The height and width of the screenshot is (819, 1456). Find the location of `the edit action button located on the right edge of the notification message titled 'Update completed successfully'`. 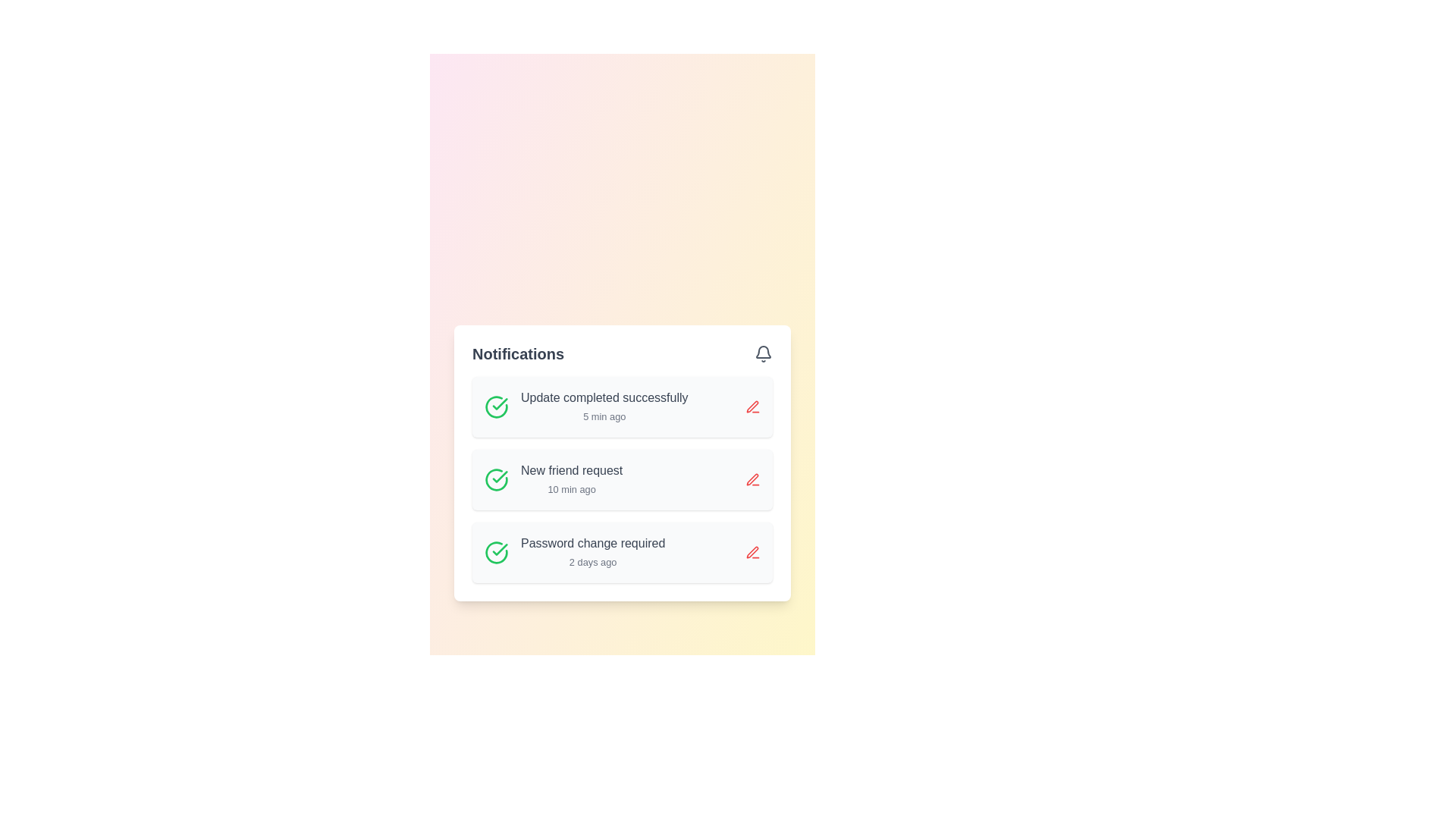

the edit action button located on the right edge of the notification message titled 'Update completed successfully' is located at coordinates (753, 406).